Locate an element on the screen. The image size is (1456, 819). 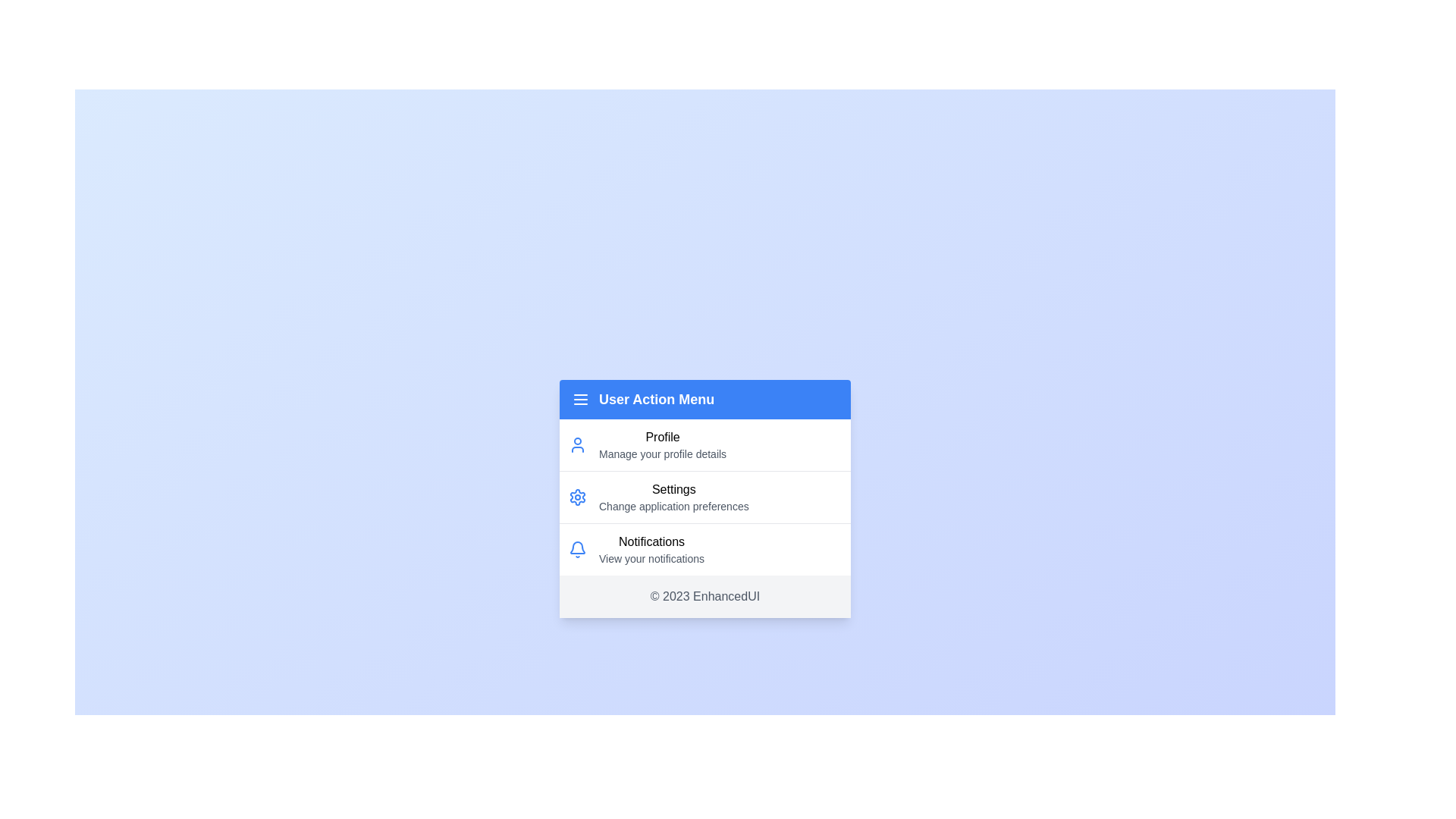
the menu item Profile is located at coordinates (704, 444).